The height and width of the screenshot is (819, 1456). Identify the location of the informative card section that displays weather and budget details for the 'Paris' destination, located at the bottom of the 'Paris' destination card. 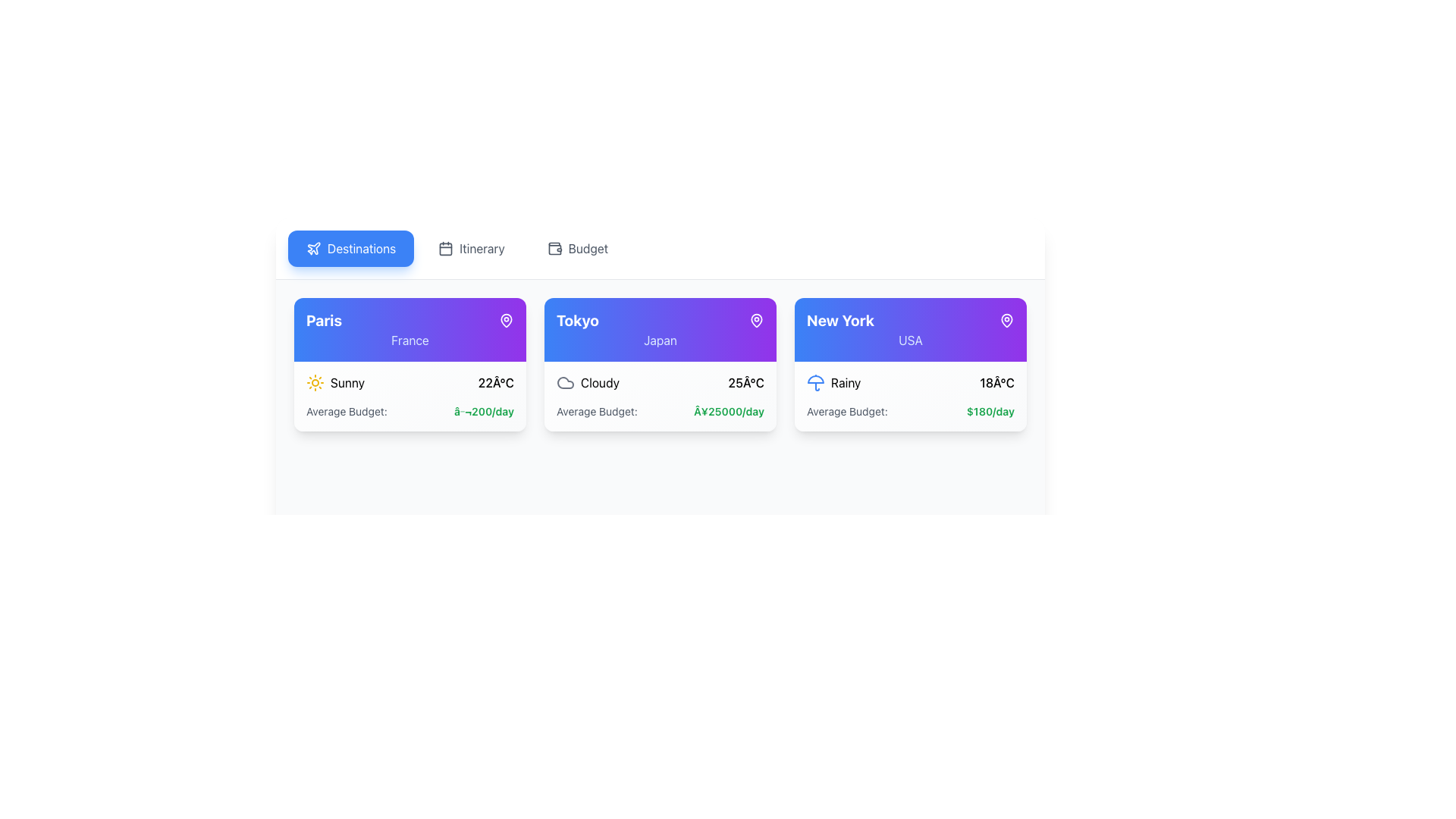
(410, 396).